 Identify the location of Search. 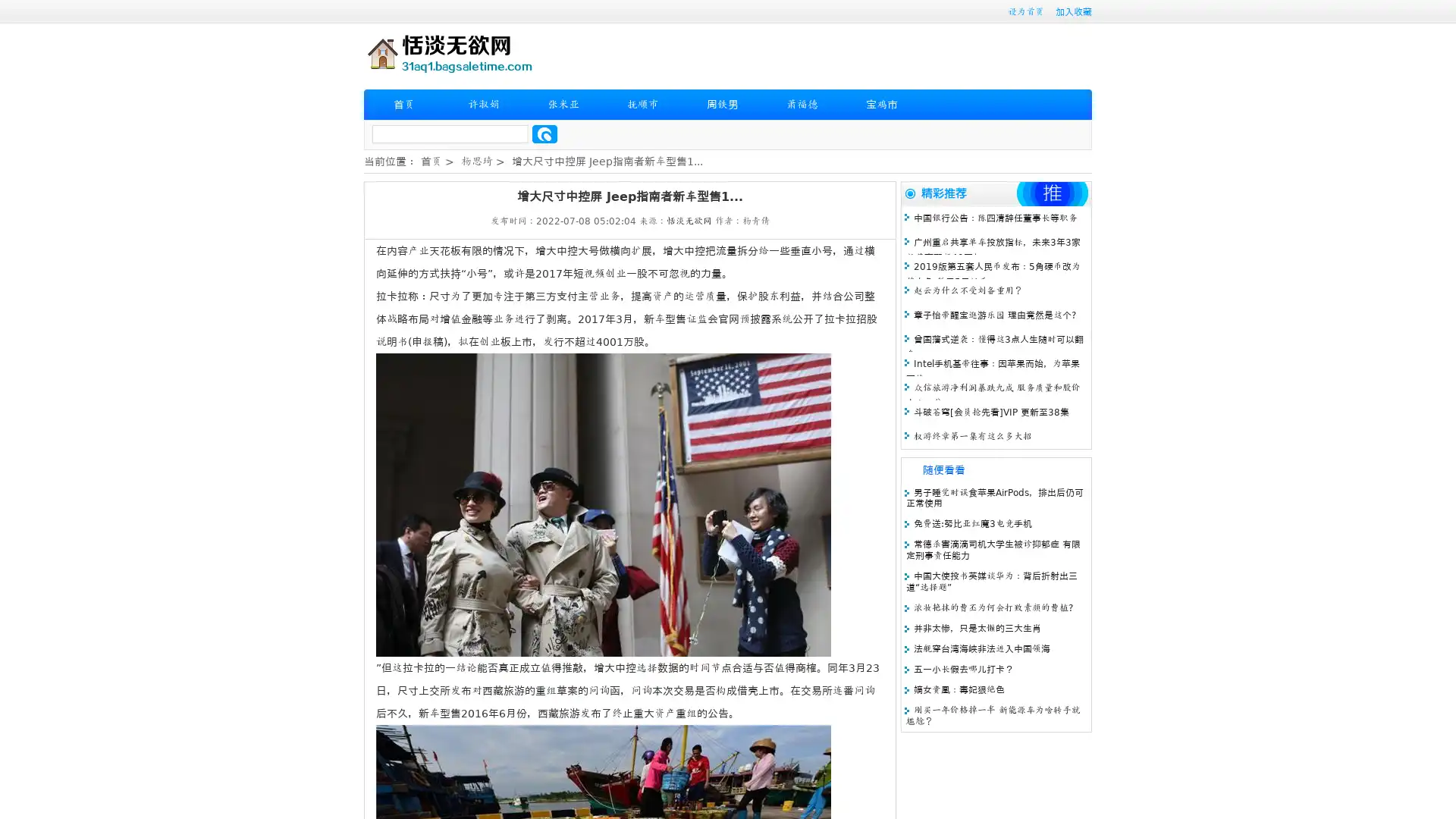
(544, 133).